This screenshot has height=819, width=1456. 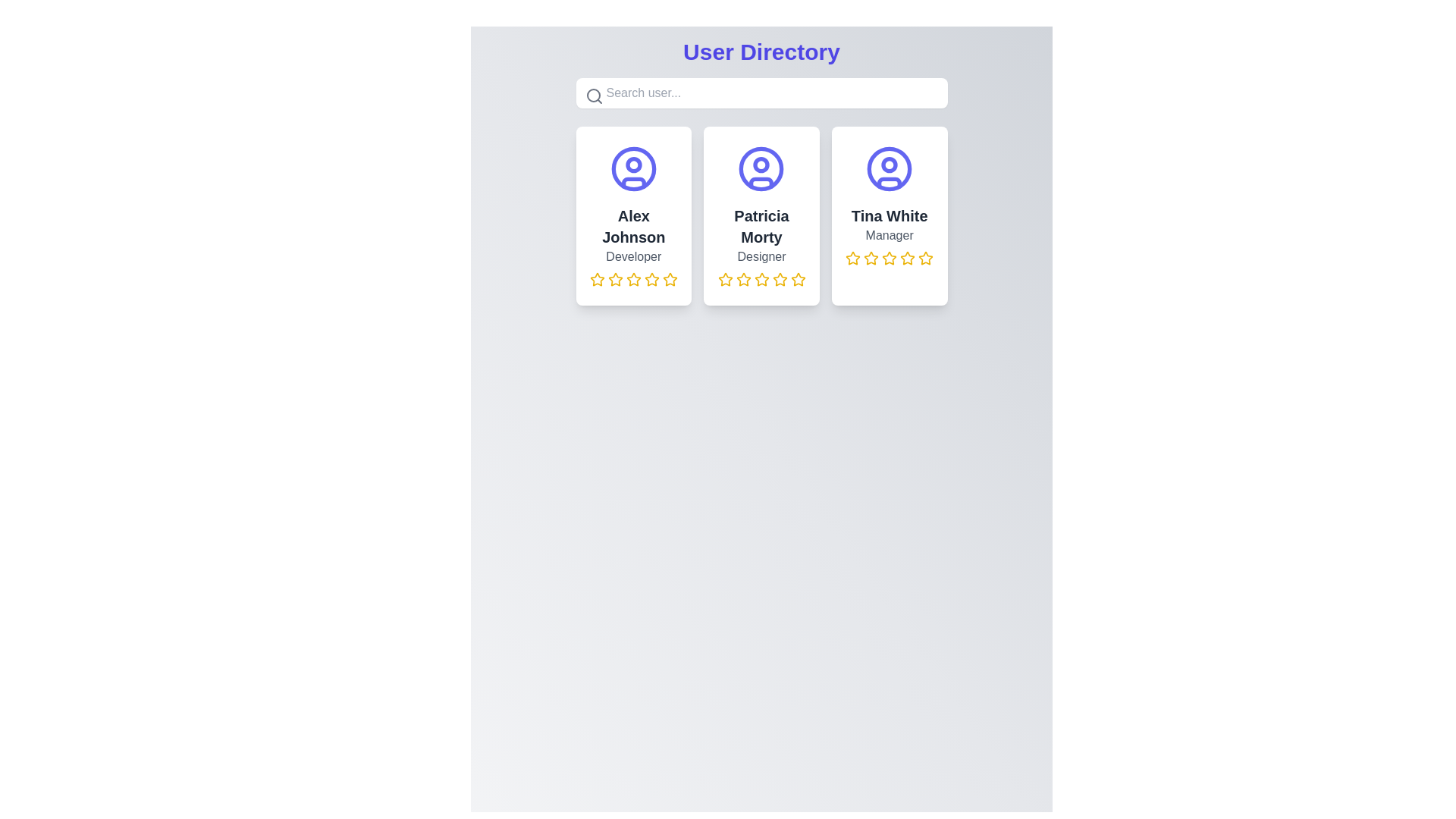 I want to click on the first star icon in the rating system below 'Alex Johnson' and 'Developer', so click(x=596, y=279).